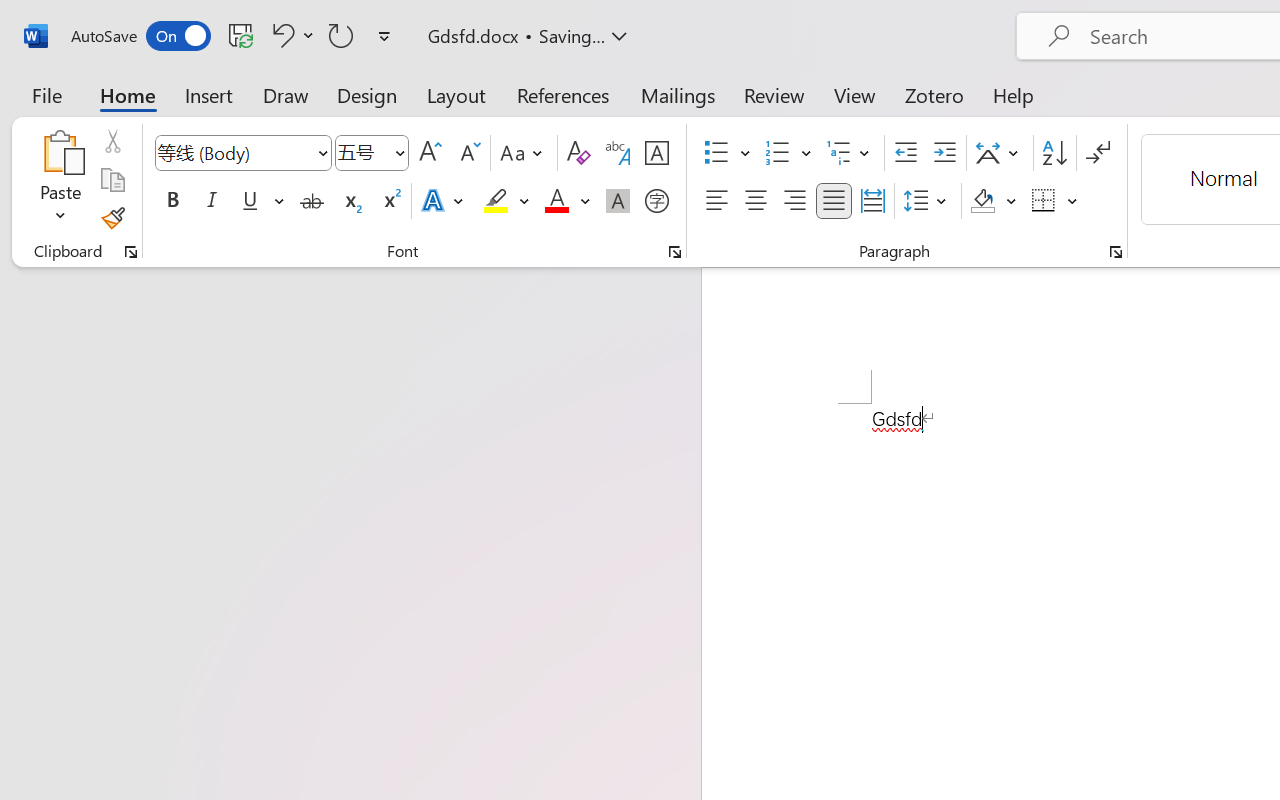 The width and height of the screenshot is (1280, 800). What do you see at coordinates (656, 153) in the screenshot?
I see `'Character Border'` at bounding box center [656, 153].